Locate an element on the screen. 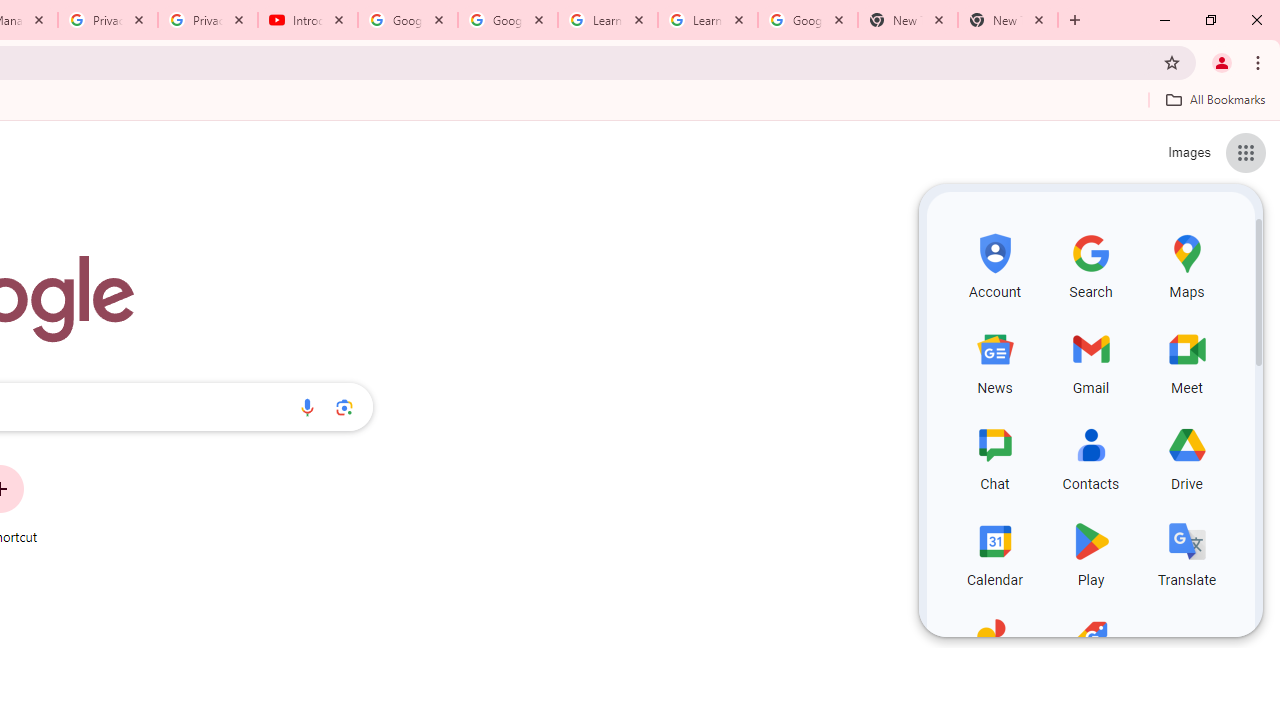 The width and height of the screenshot is (1280, 720). 'Shopping, row 5 of 5 and column 2 of 3 in the first section' is located at coordinates (1090, 648).